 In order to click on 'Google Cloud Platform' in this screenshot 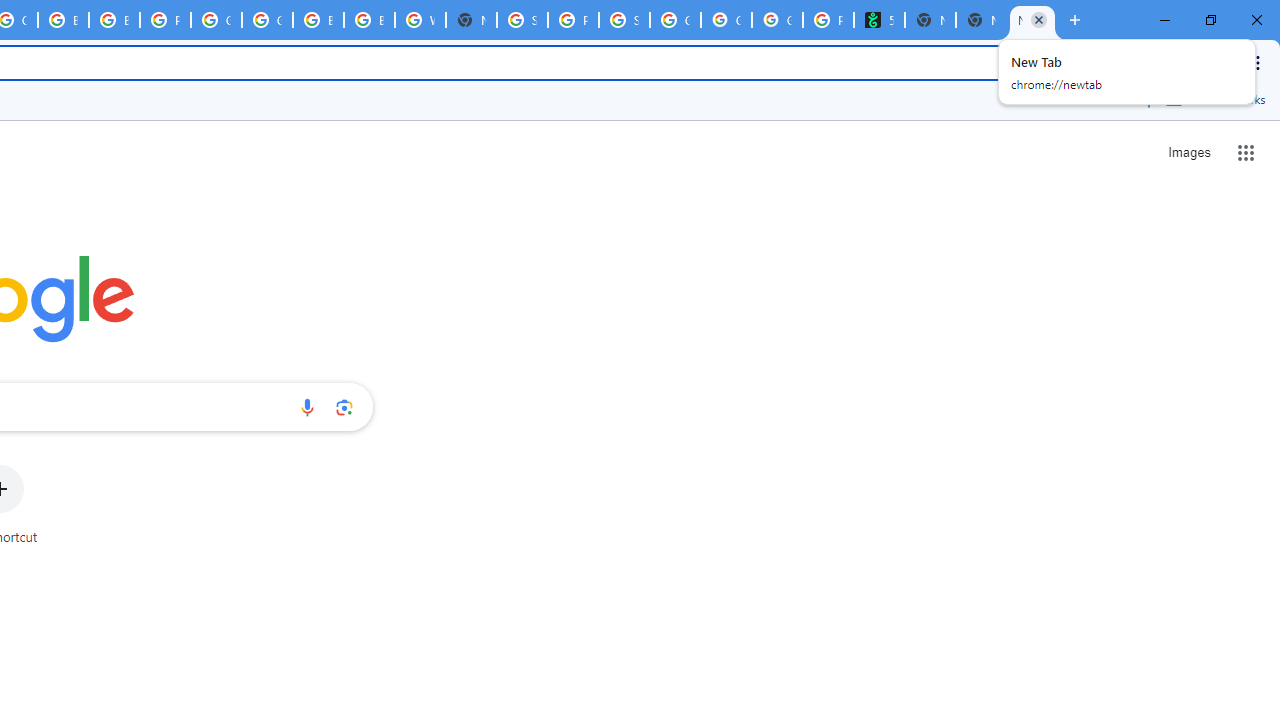, I will do `click(266, 20)`.